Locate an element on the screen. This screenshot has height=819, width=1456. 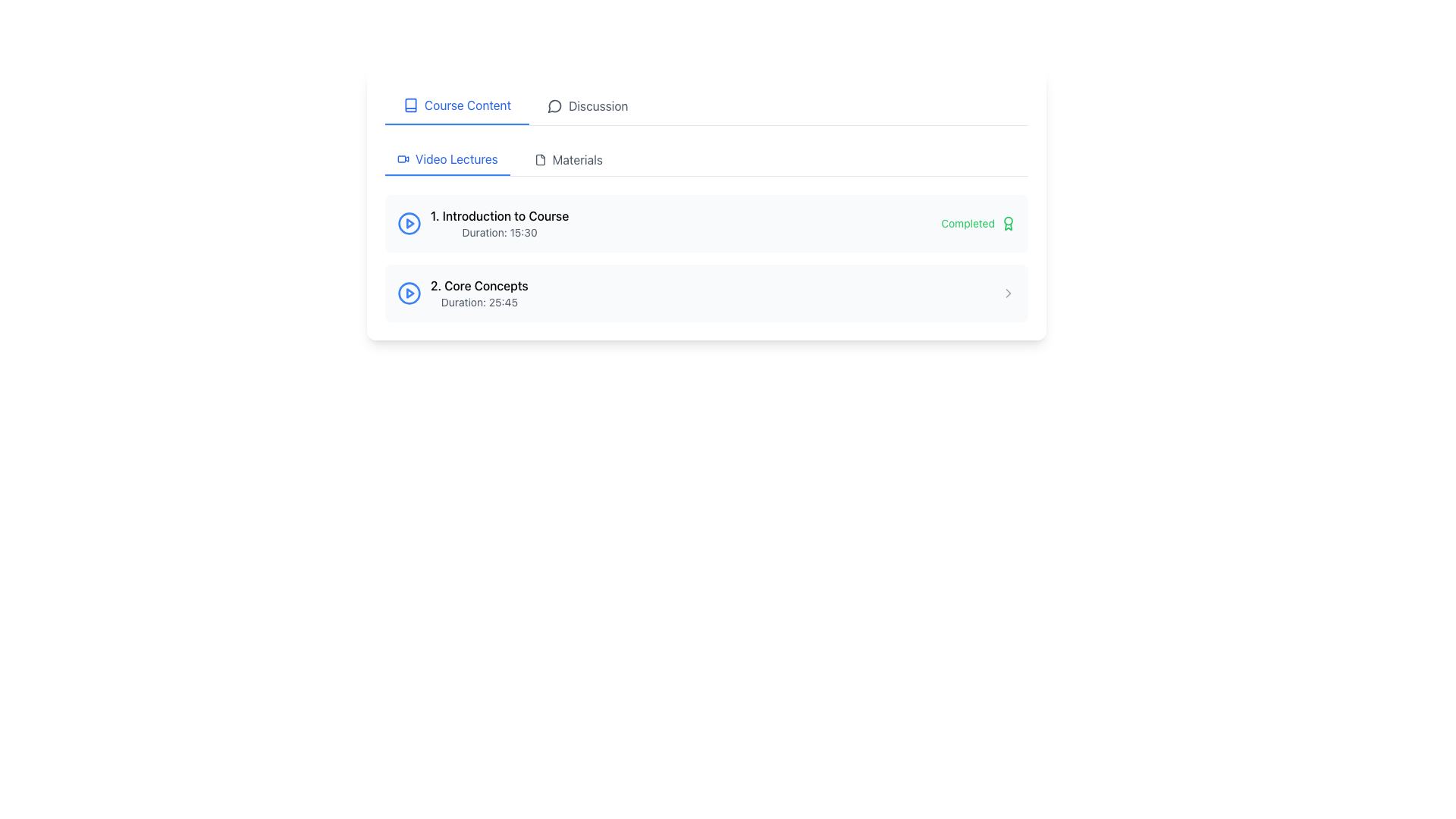
the text display titled '1. Introduction to Course' is located at coordinates (500, 223).